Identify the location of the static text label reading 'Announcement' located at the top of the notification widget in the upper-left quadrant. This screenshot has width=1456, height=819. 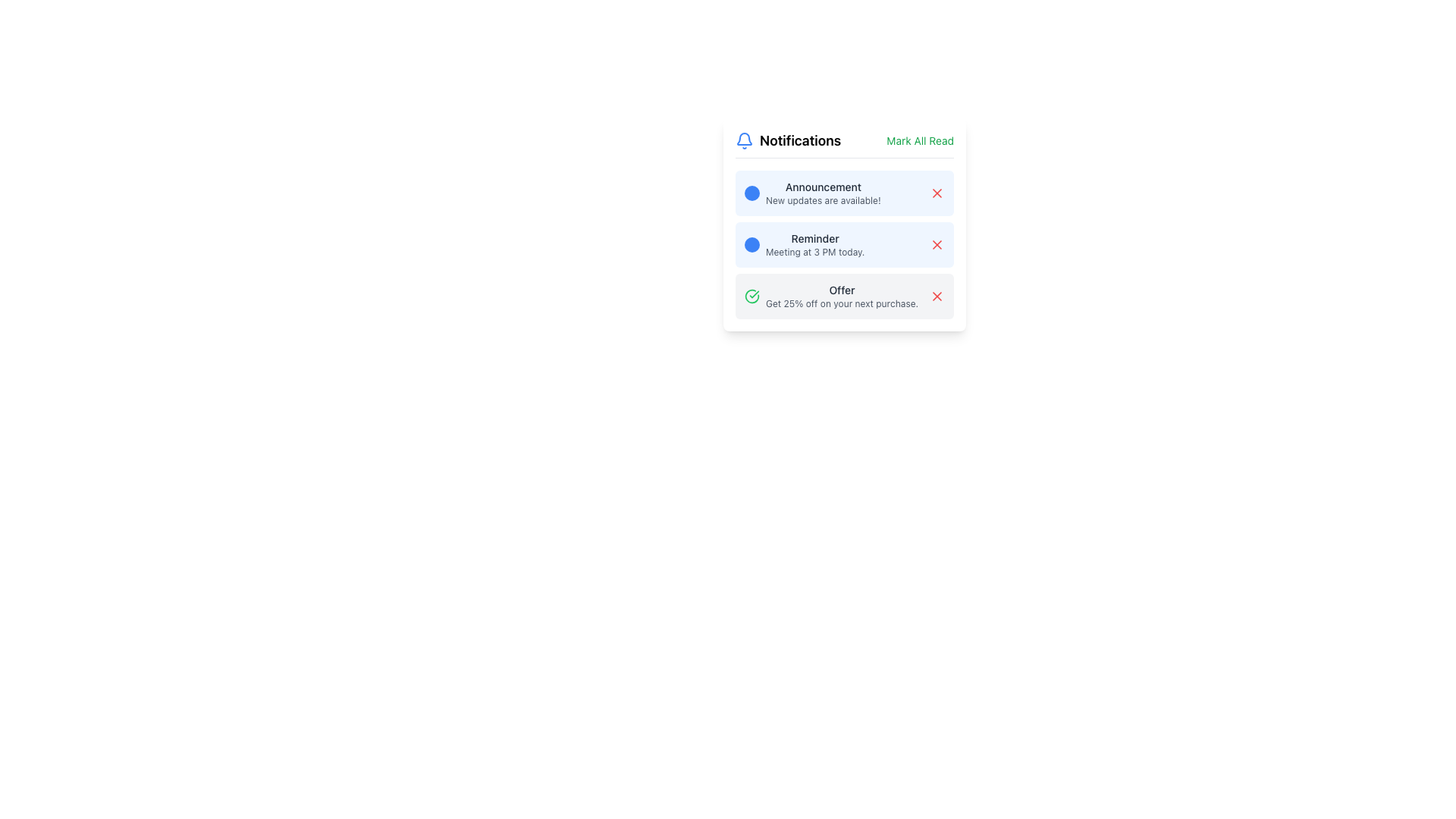
(822, 186).